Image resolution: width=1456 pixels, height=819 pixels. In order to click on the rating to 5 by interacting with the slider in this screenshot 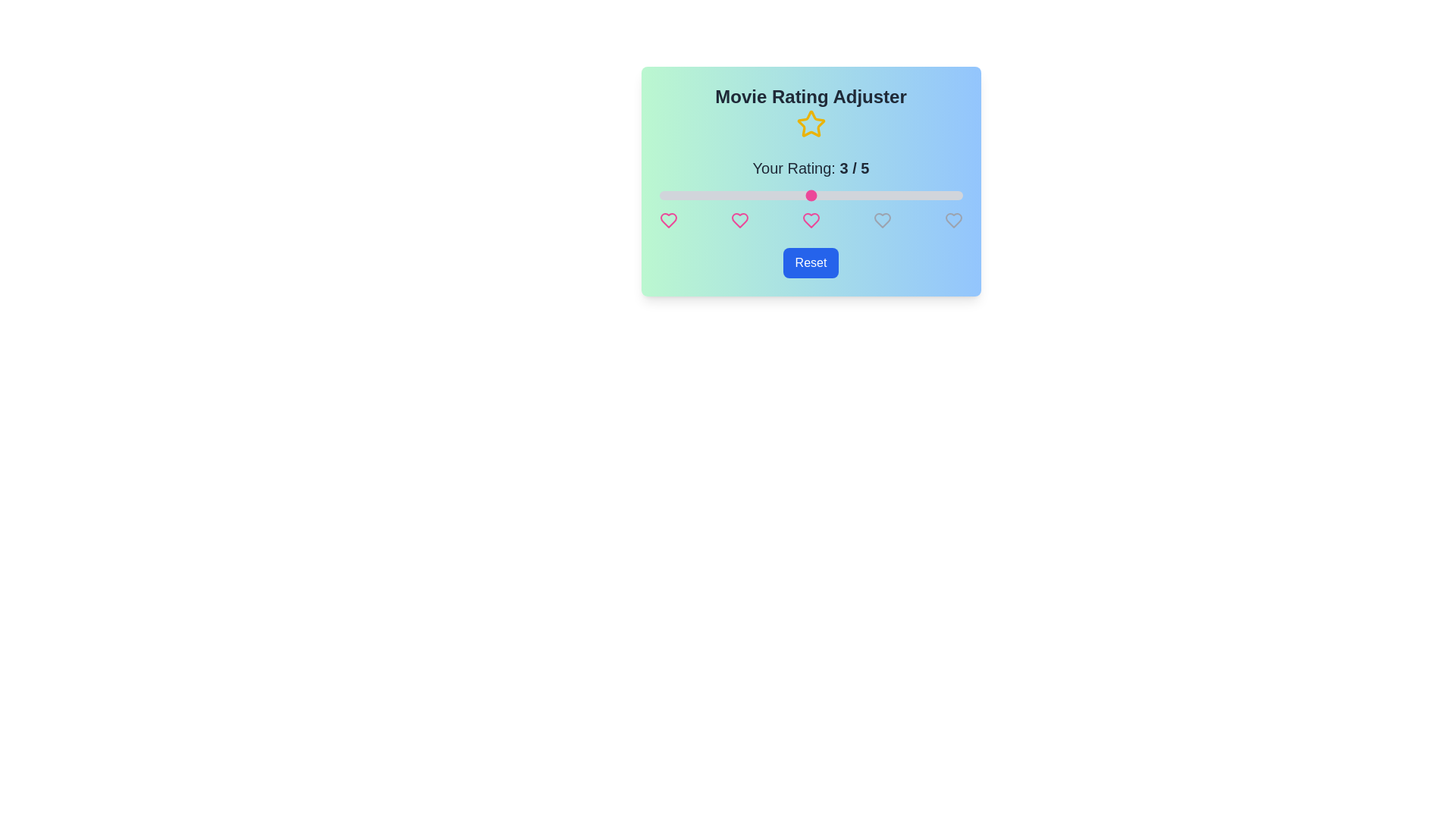, I will do `click(962, 195)`.